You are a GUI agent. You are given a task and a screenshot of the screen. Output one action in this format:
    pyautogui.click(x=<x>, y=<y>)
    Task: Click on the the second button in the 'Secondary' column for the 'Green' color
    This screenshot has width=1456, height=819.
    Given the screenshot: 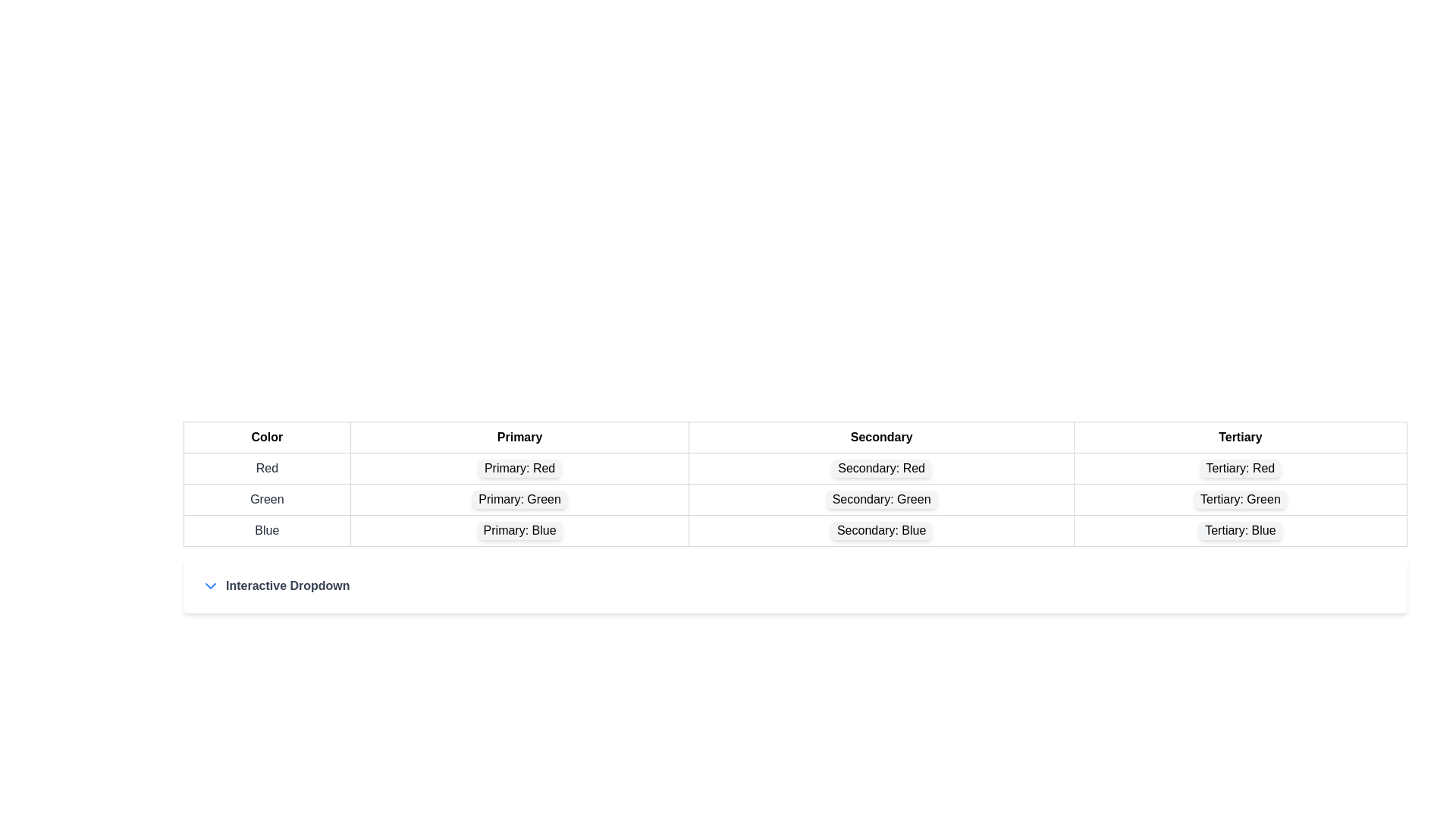 What is the action you would take?
    pyautogui.click(x=881, y=500)
    